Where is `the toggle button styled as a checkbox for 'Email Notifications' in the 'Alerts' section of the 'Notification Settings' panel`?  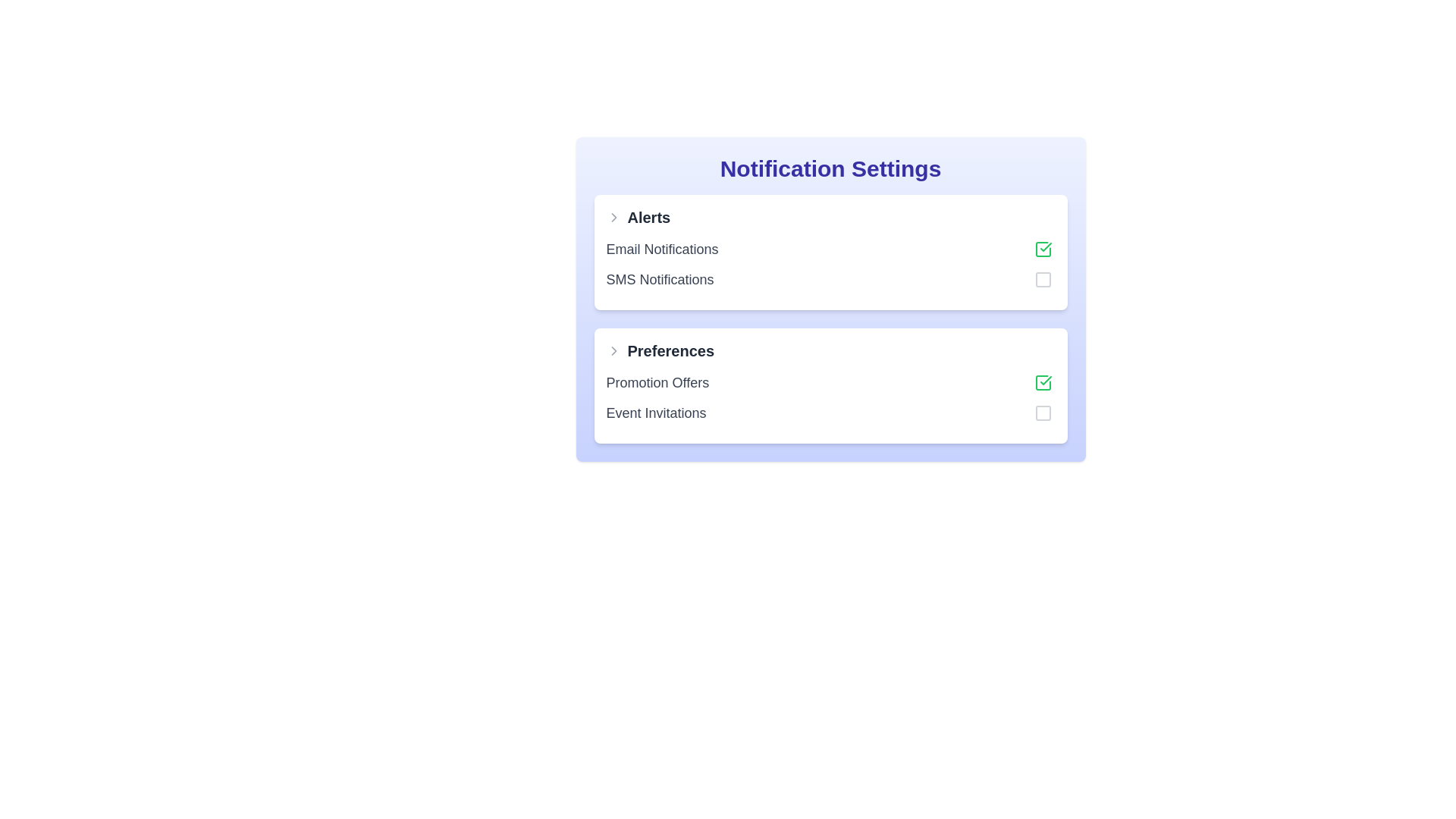
the toggle button styled as a checkbox for 'Email Notifications' in the 'Alerts' section of the 'Notification Settings' panel is located at coordinates (1042, 248).